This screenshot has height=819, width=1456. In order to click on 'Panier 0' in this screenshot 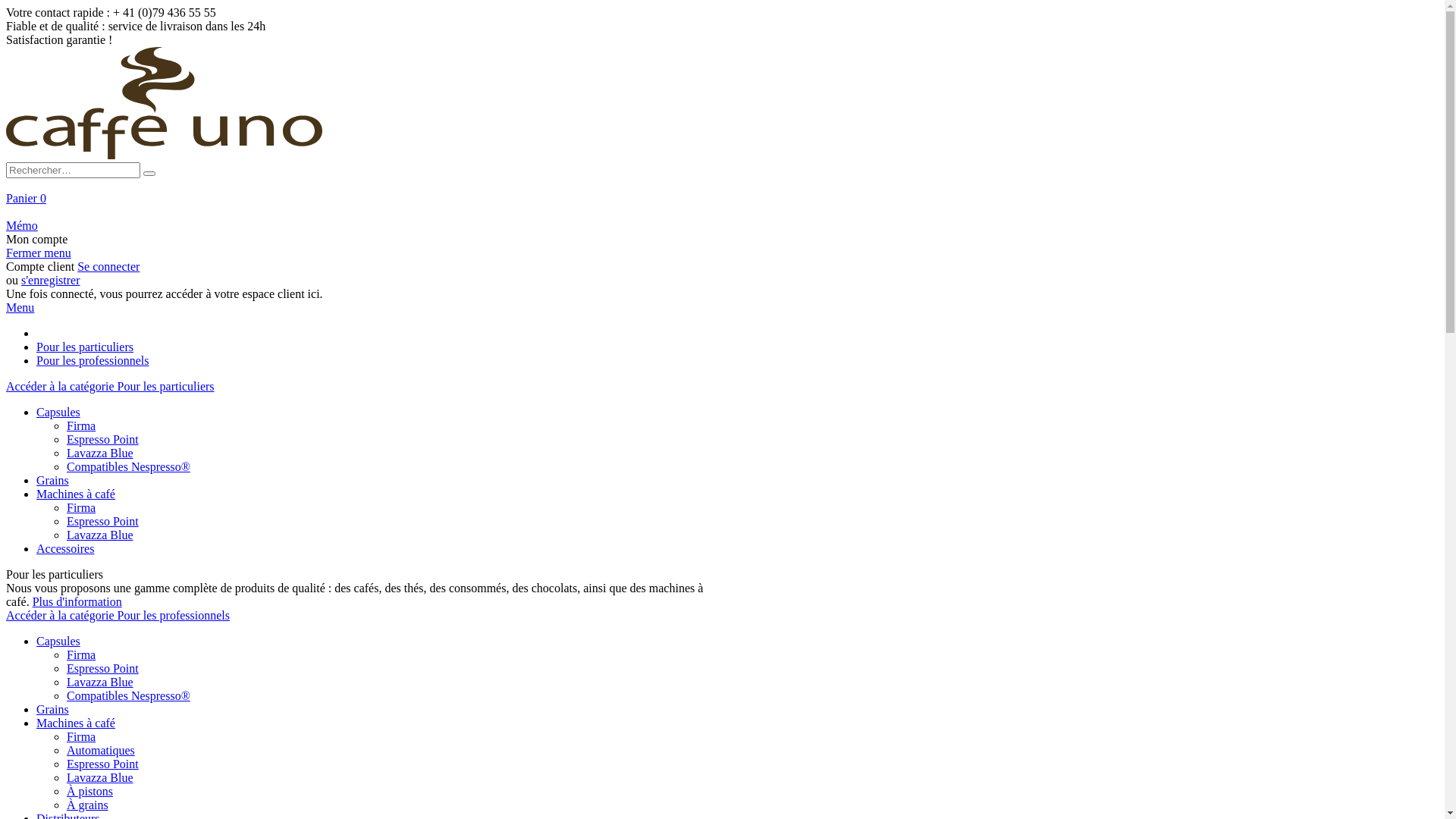, I will do `click(26, 196)`.